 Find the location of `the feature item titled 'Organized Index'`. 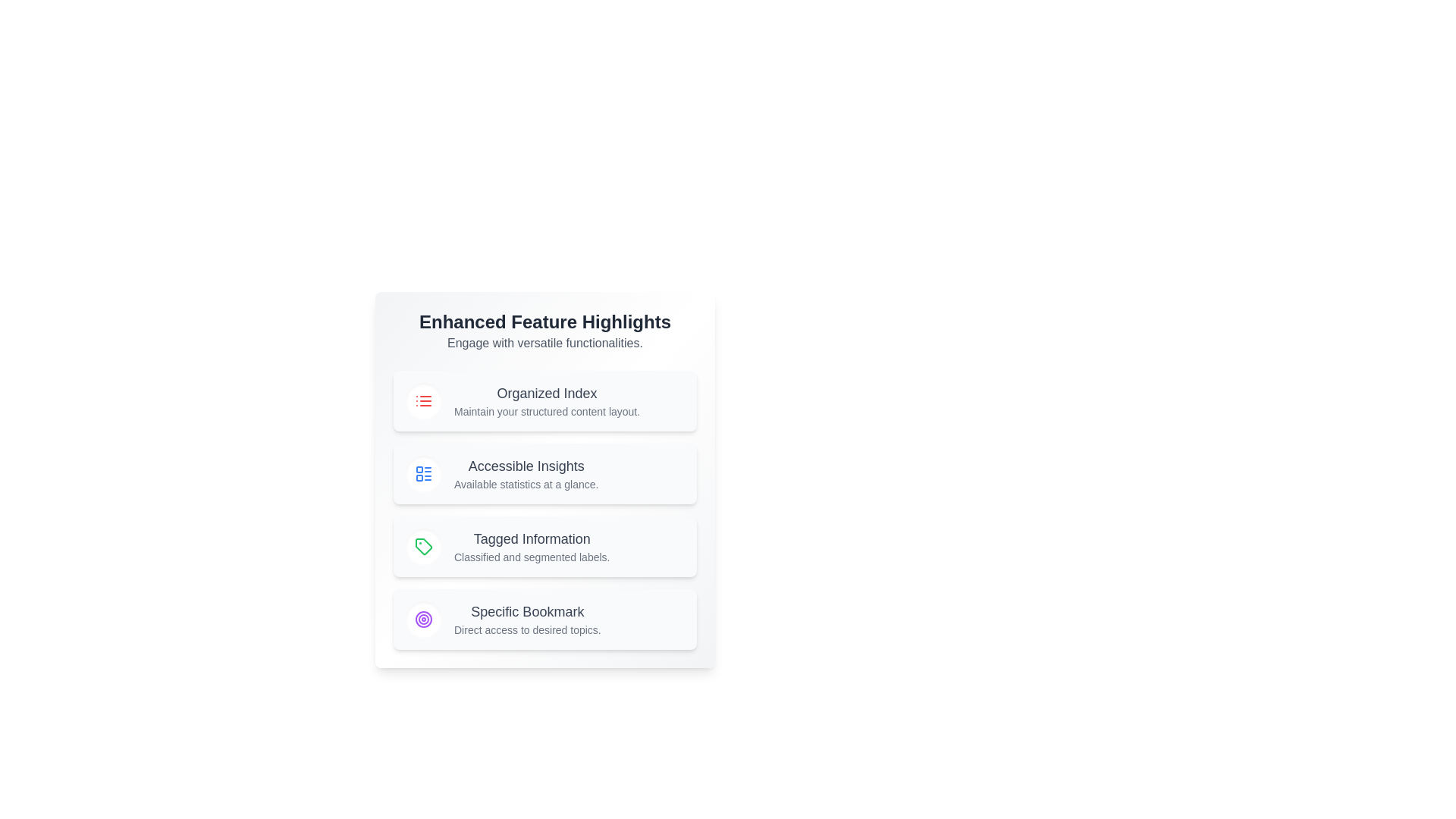

the feature item titled 'Organized Index' is located at coordinates (545, 400).